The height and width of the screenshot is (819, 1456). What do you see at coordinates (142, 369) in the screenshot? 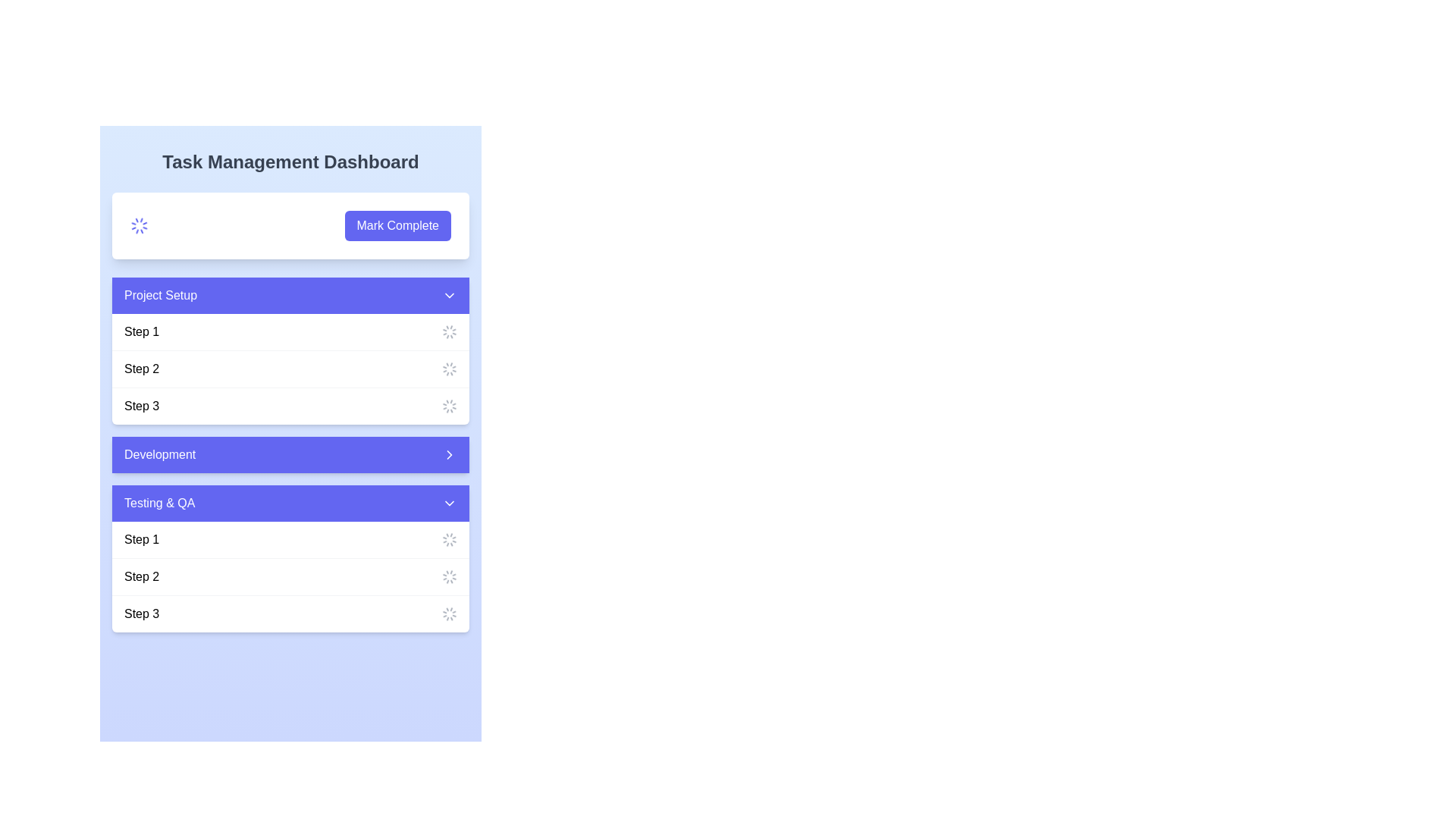
I see `the text label that reads 'Step 2', which is the second label in the 'Project Setup' section, visually distinct and aligned with other similar labels` at bounding box center [142, 369].